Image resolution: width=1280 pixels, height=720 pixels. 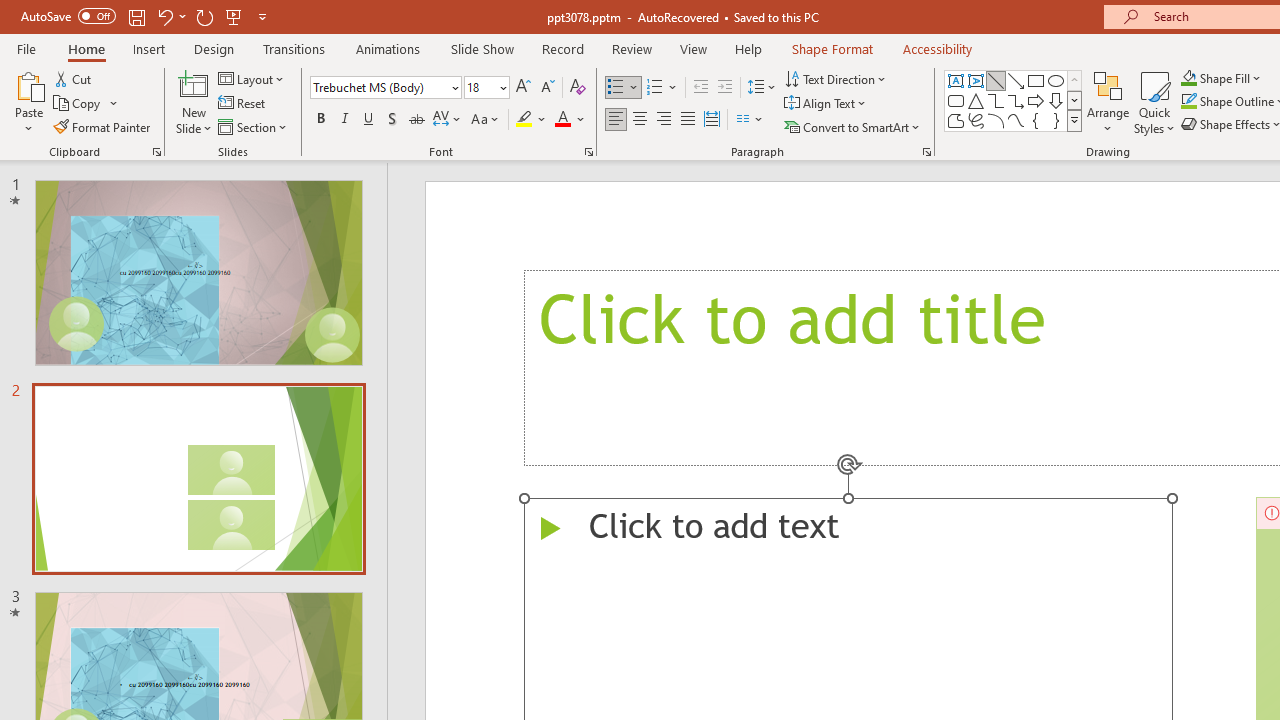 I want to click on 'Oval', so click(x=1055, y=80).